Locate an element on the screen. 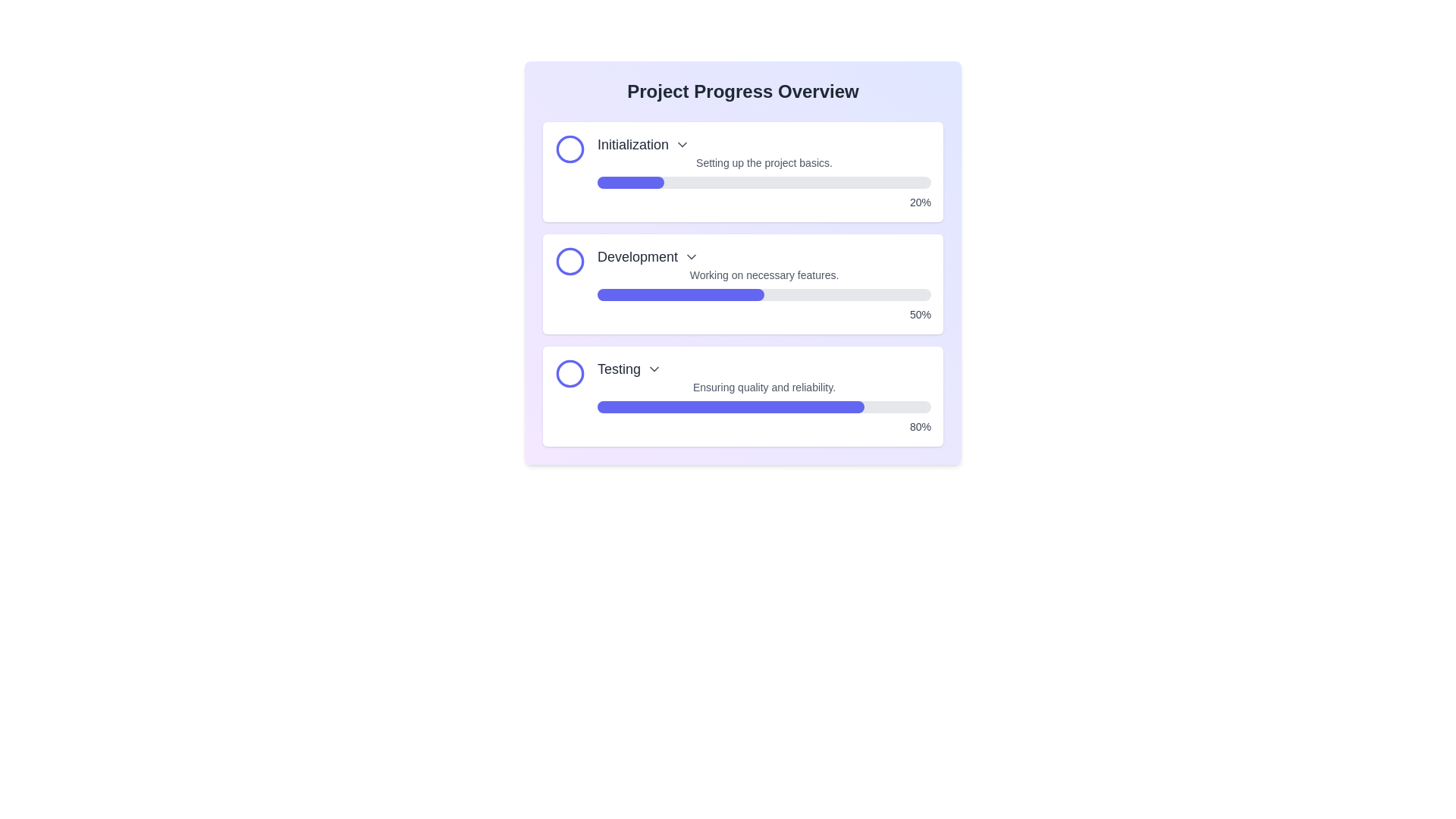  the static text label providing additional context for the 'Testing' phase of the project progress, located beneath the 'Testing' label and icon is located at coordinates (764, 386).